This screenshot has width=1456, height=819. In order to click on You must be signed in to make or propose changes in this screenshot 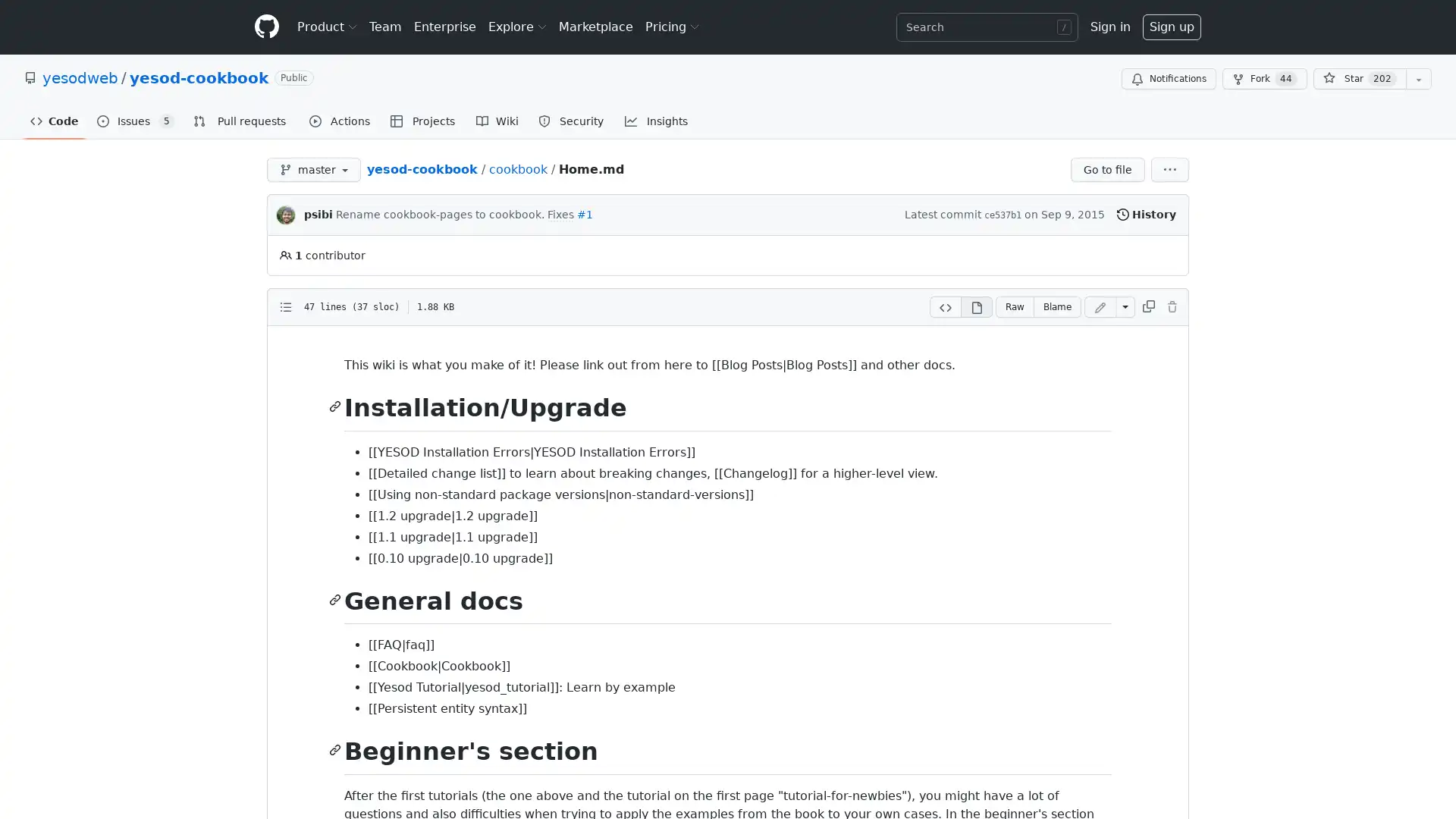, I will do `click(1100, 307)`.